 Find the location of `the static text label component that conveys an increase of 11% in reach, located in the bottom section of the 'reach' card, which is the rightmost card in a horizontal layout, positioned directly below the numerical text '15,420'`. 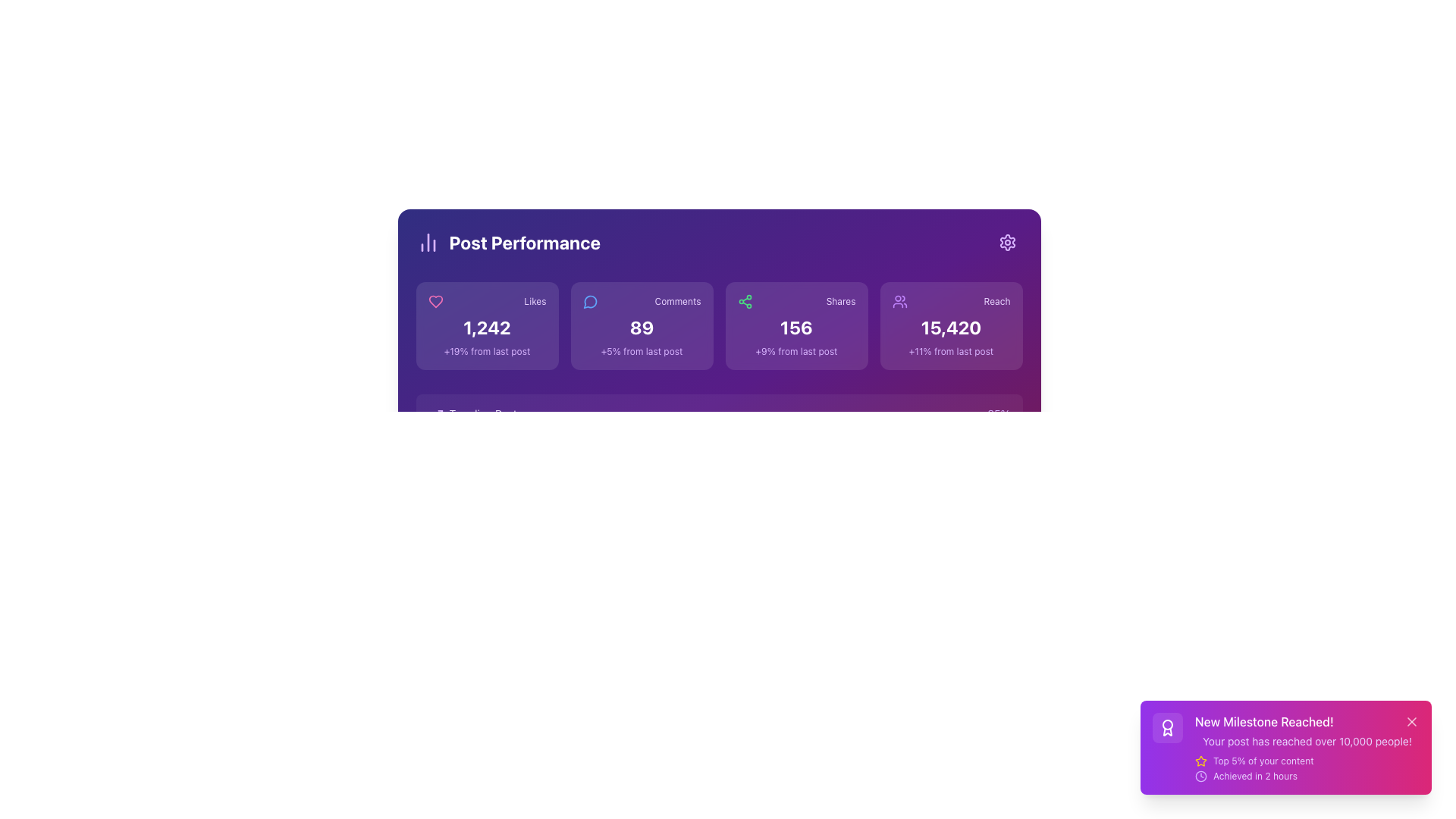

the static text label component that conveys an increase of 11% in reach, located in the bottom section of the 'reach' card, which is the rightmost card in a horizontal layout, positioned directly below the numerical text '15,420' is located at coordinates (950, 351).